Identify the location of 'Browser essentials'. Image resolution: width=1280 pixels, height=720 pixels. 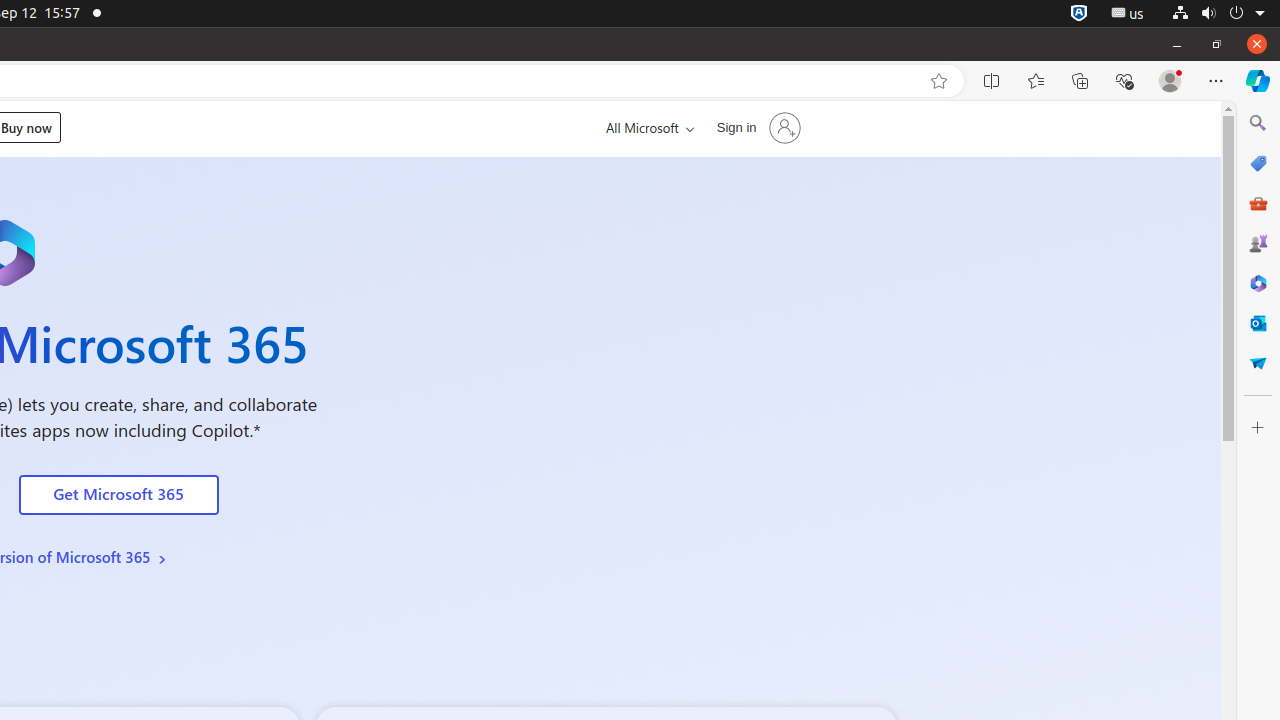
(1123, 80).